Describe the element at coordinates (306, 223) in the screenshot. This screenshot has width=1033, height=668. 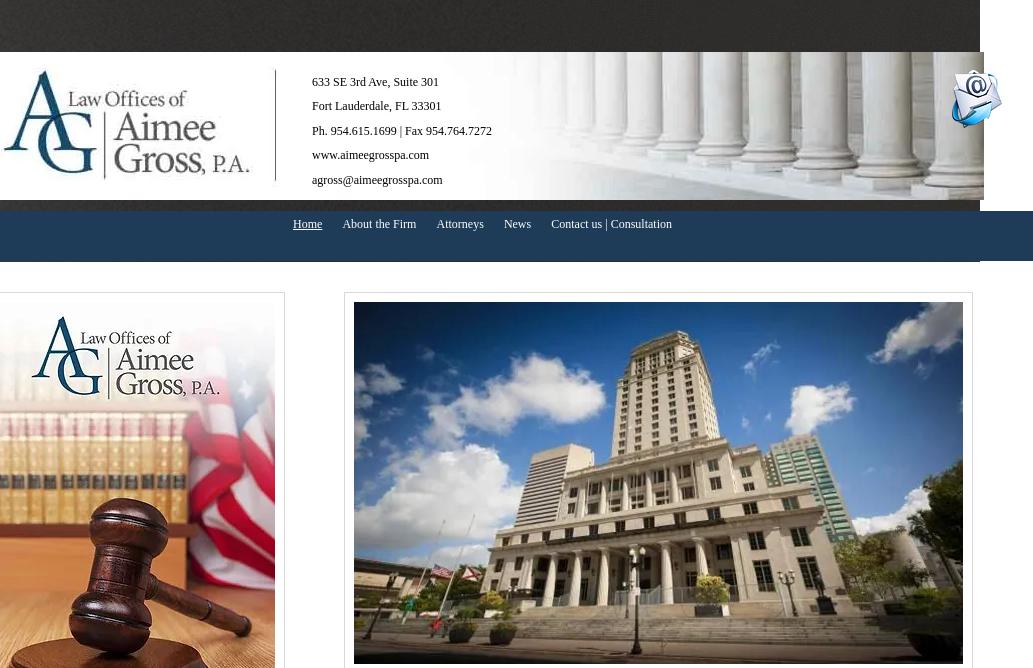
I see `'Home'` at that location.